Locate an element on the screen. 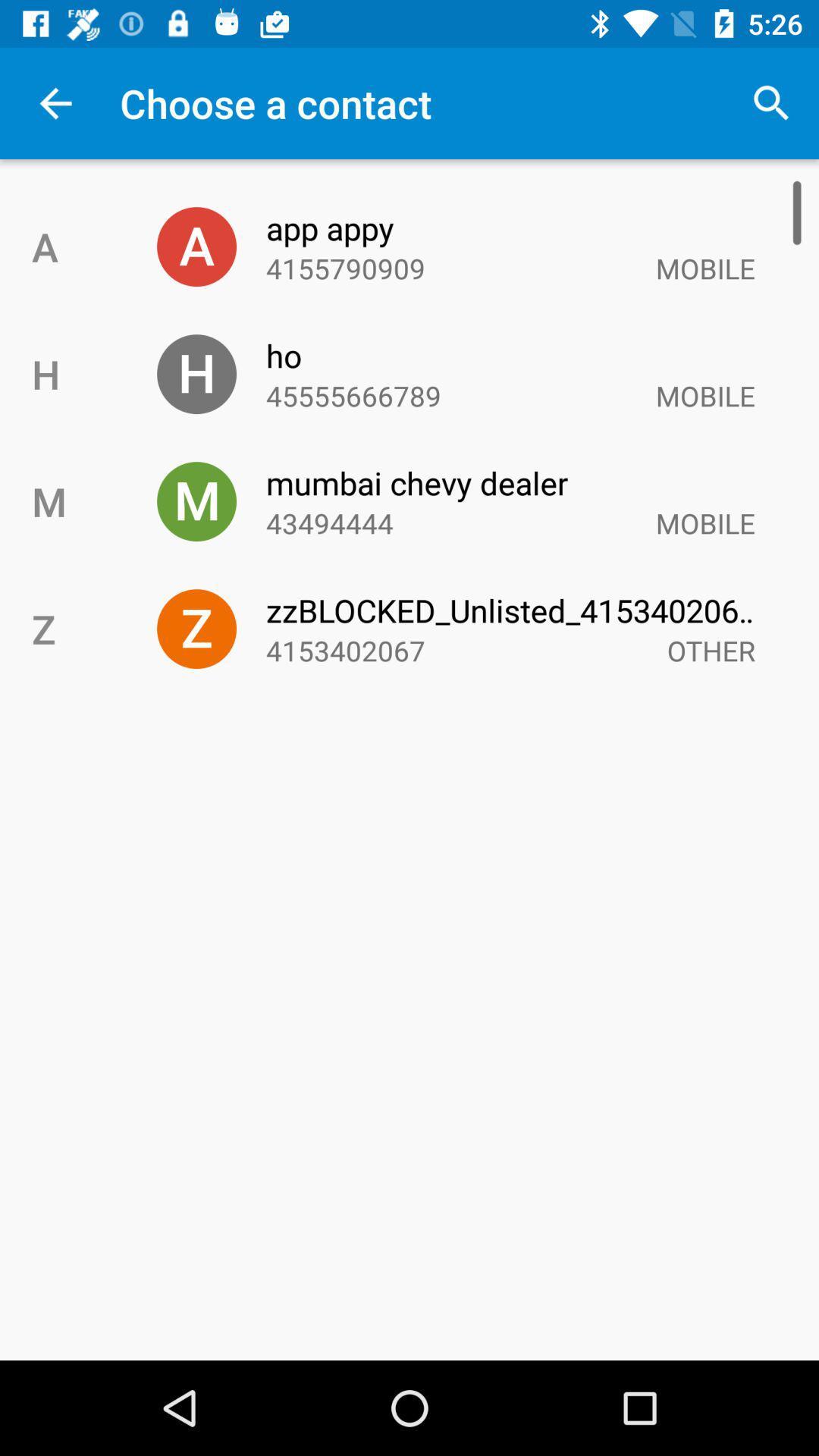 The height and width of the screenshot is (1456, 819). the icon to the right of choose a contact icon is located at coordinates (771, 102).